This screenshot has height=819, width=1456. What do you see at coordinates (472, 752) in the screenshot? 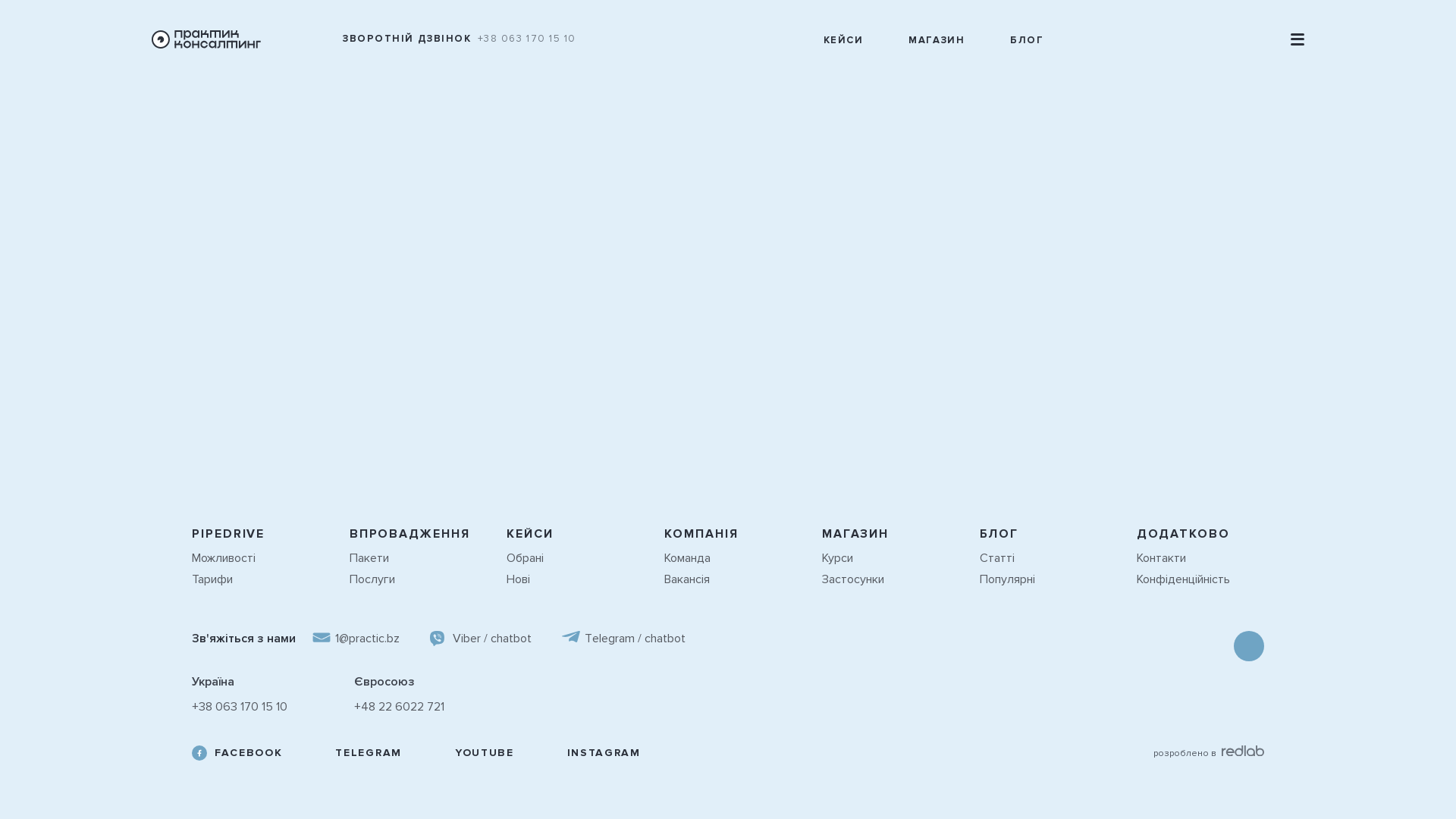
I see `'YOUTUBE'` at bounding box center [472, 752].